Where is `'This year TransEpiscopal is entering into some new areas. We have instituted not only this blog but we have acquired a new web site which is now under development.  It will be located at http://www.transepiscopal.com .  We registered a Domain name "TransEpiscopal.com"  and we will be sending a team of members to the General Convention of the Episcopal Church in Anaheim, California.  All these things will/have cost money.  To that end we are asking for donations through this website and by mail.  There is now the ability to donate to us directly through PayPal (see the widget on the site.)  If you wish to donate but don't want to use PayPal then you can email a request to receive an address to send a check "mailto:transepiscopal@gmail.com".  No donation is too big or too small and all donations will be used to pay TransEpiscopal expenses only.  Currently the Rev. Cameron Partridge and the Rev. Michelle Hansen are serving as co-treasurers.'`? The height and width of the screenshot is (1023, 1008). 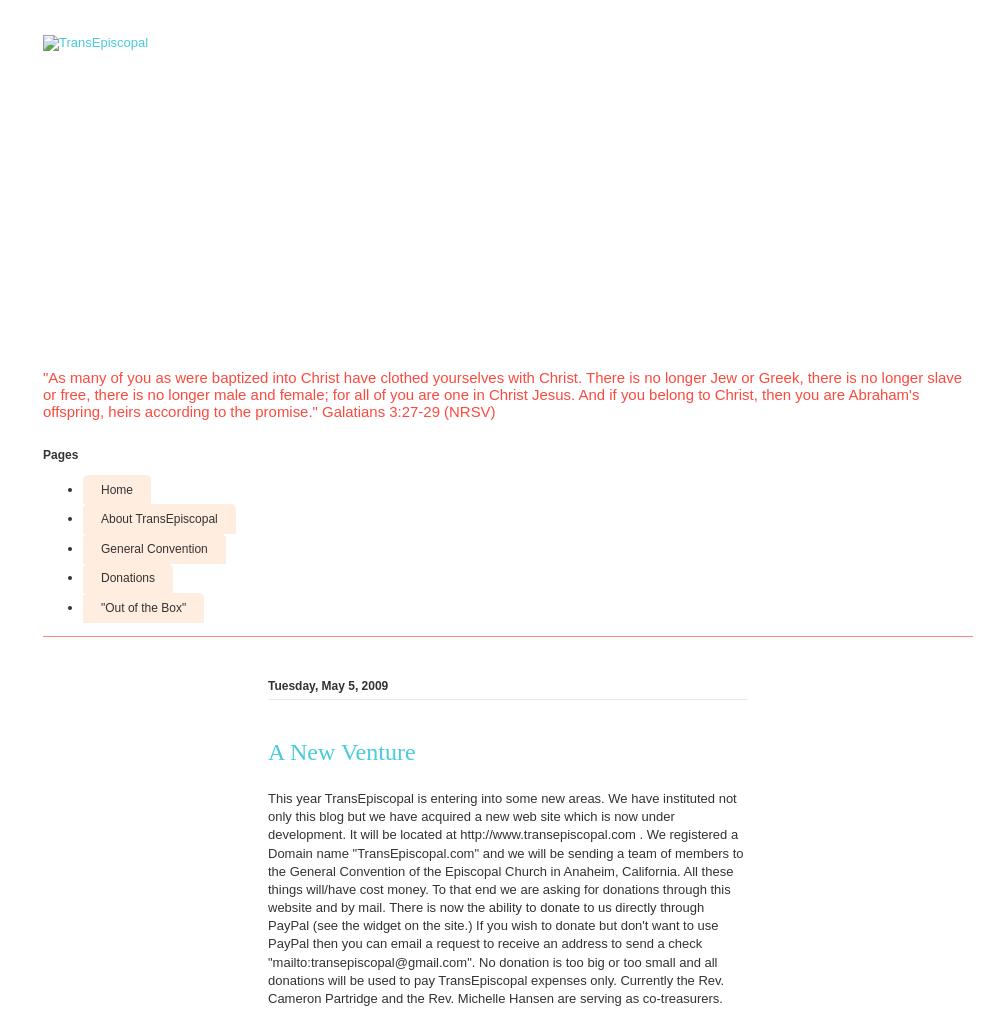 'This year TransEpiscopal is entering into some new areas. We have instituted not only this blog but we have acquired a new web site which is now under development.  It will be located at http://www.transepiscopal.com .  We registered a Domain name "TransEpiscopal.com"  and we will be sending a team of members to the General Convention of the Episcopal Church in Anaheim, California.  All these things will/have cost money.  To that end we are asking for donations through this website and by mail.  There is now the ability to donate to us directly through PayPal (see the widget on the site.)  If you wish to donate but don't want to use PayPal then you can email a request to receive an address to send a check "mailto:transepiscopal@gmail.com".  No donation is too big or too small and all donations will be used to pay TransEpiscopal expenses only.  Currently the Rev. Cameron Partridge and the Rev. Michelle Hansen are serving as co-treasurers.' is located at coordinates (505, 897).